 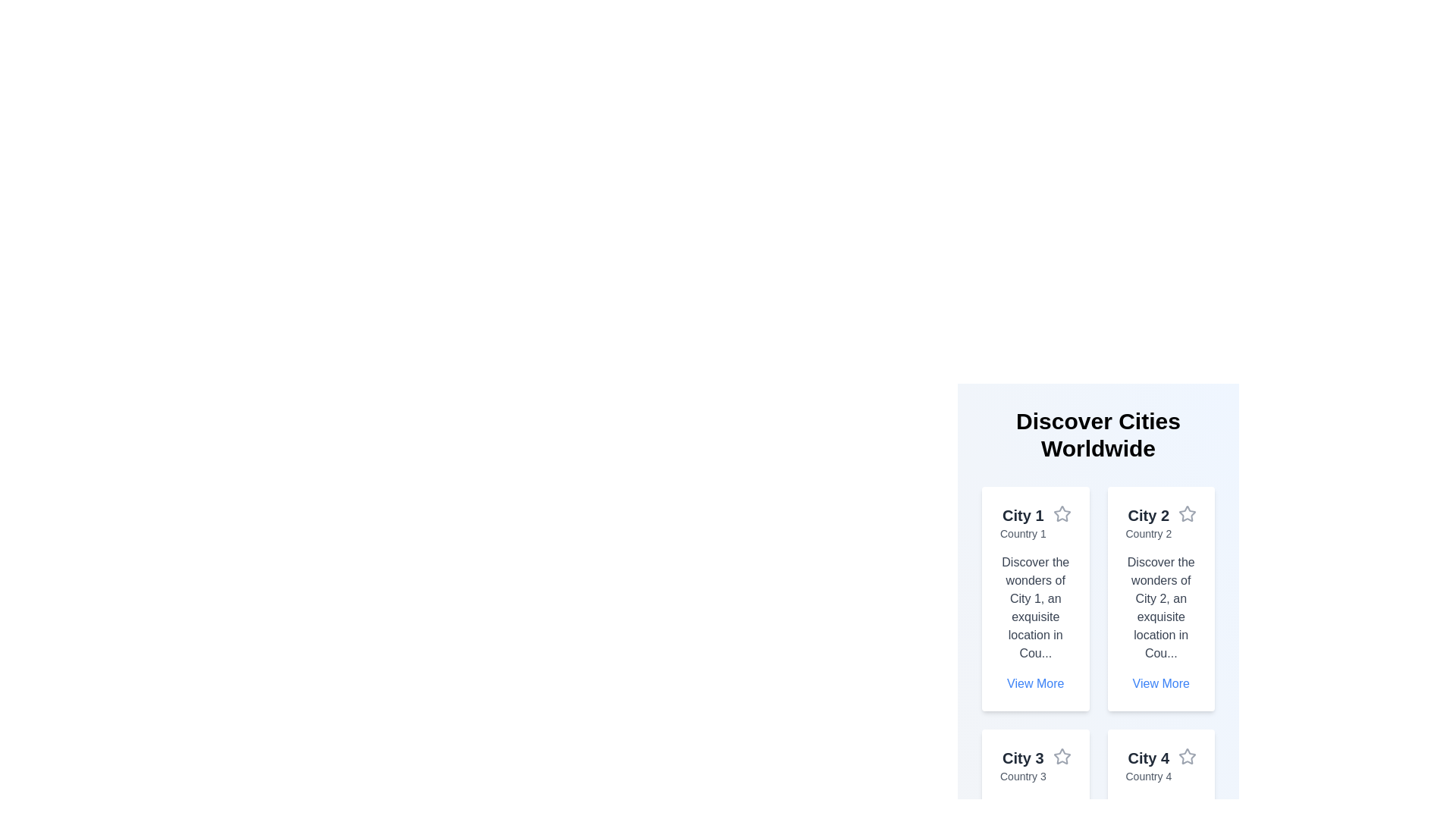 What do you see at coordinates (1061, 757) in the screenshot?
I see `the star icon in the card for 'City 3' and 'Country 3' to favorite or un-favorite the content` at bounding box center [1061, 757].